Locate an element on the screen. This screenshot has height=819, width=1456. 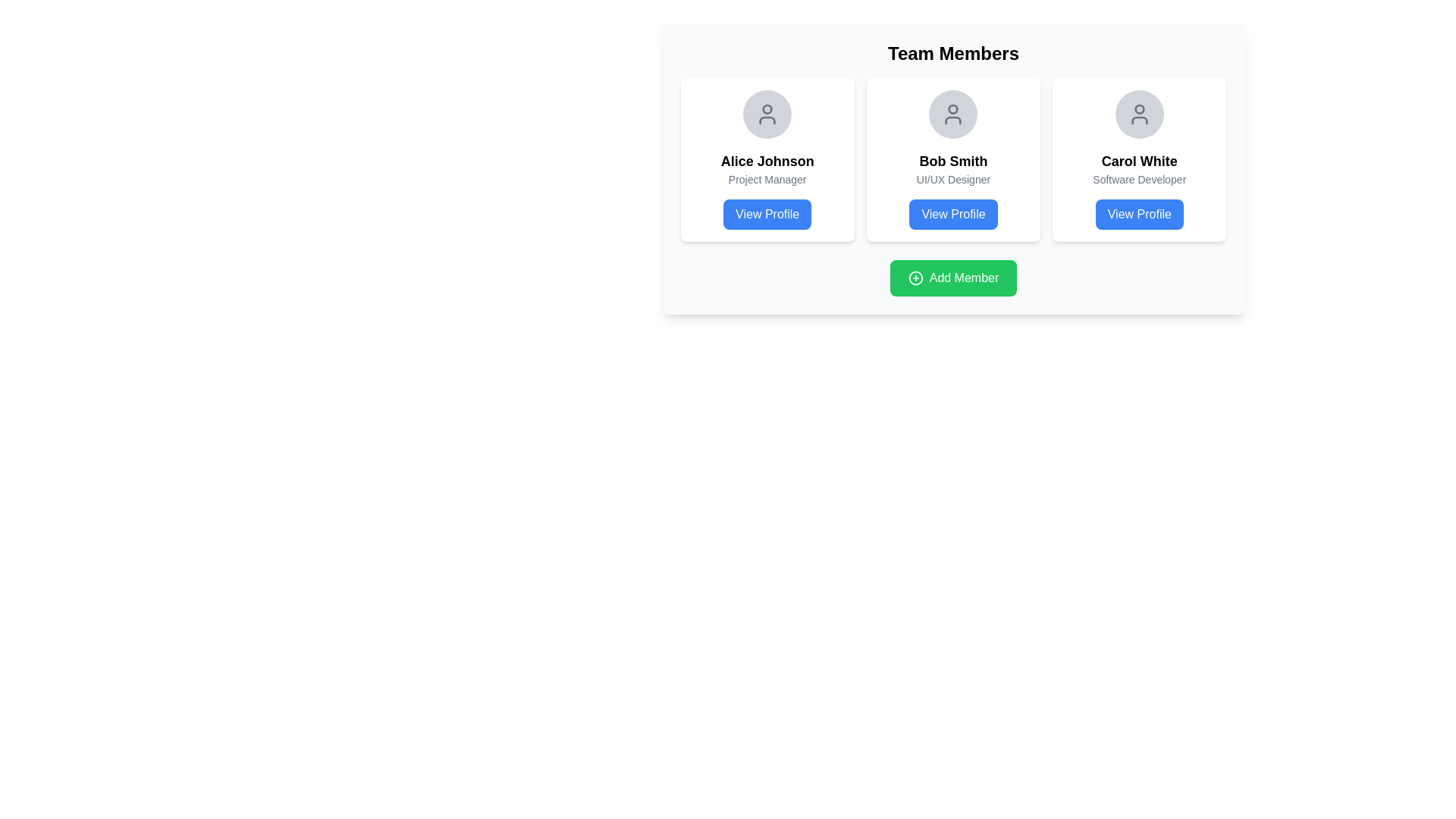
the 'UI/UX Designer' text label displayed in a small, gray font, located under the name 'Bob Smith' and above the 'View Profile' button in the second column of the 'Team Members' section is located at coordinates (952, 178).